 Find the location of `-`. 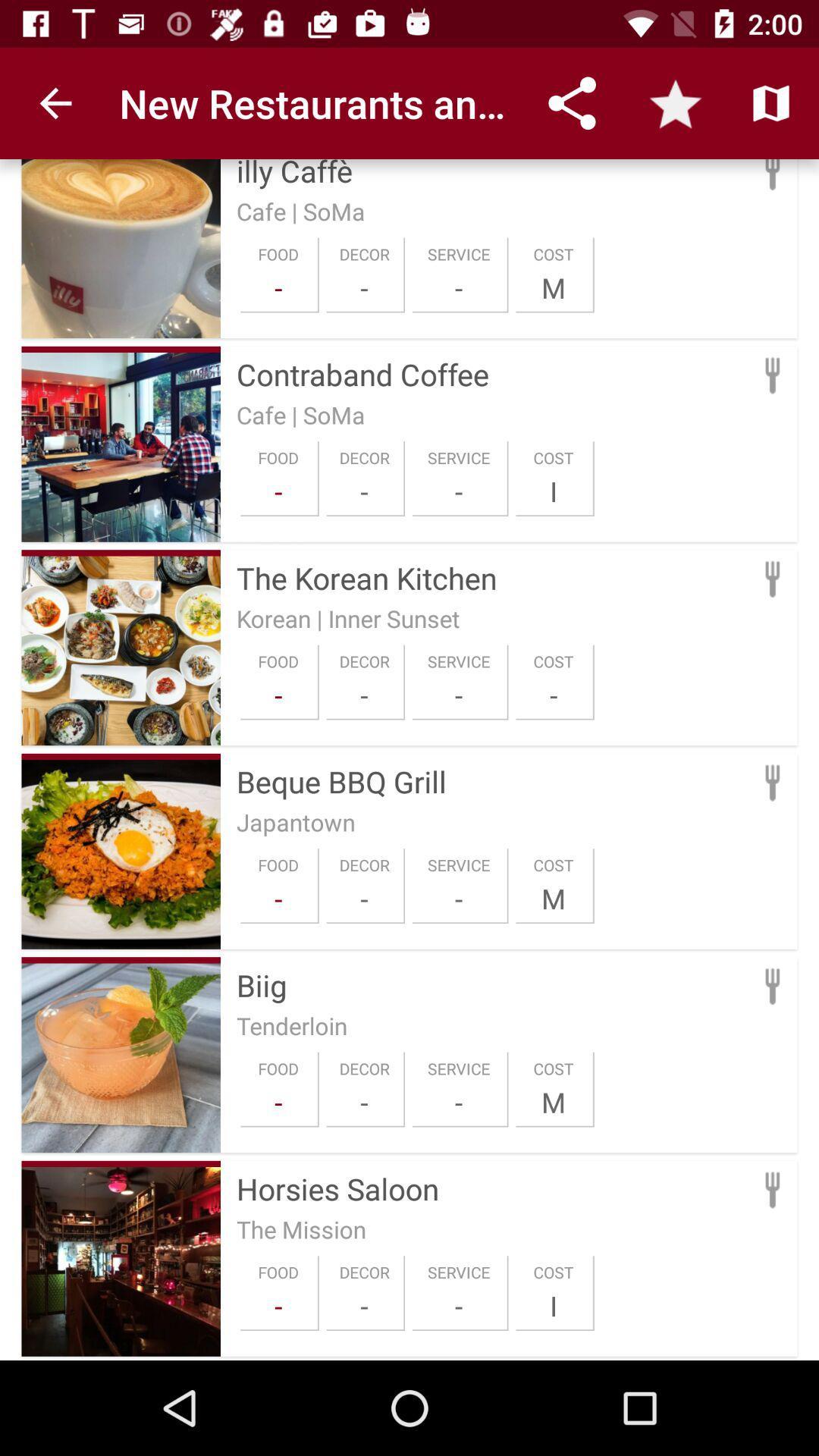

- is located at coordinates (364, 1305).